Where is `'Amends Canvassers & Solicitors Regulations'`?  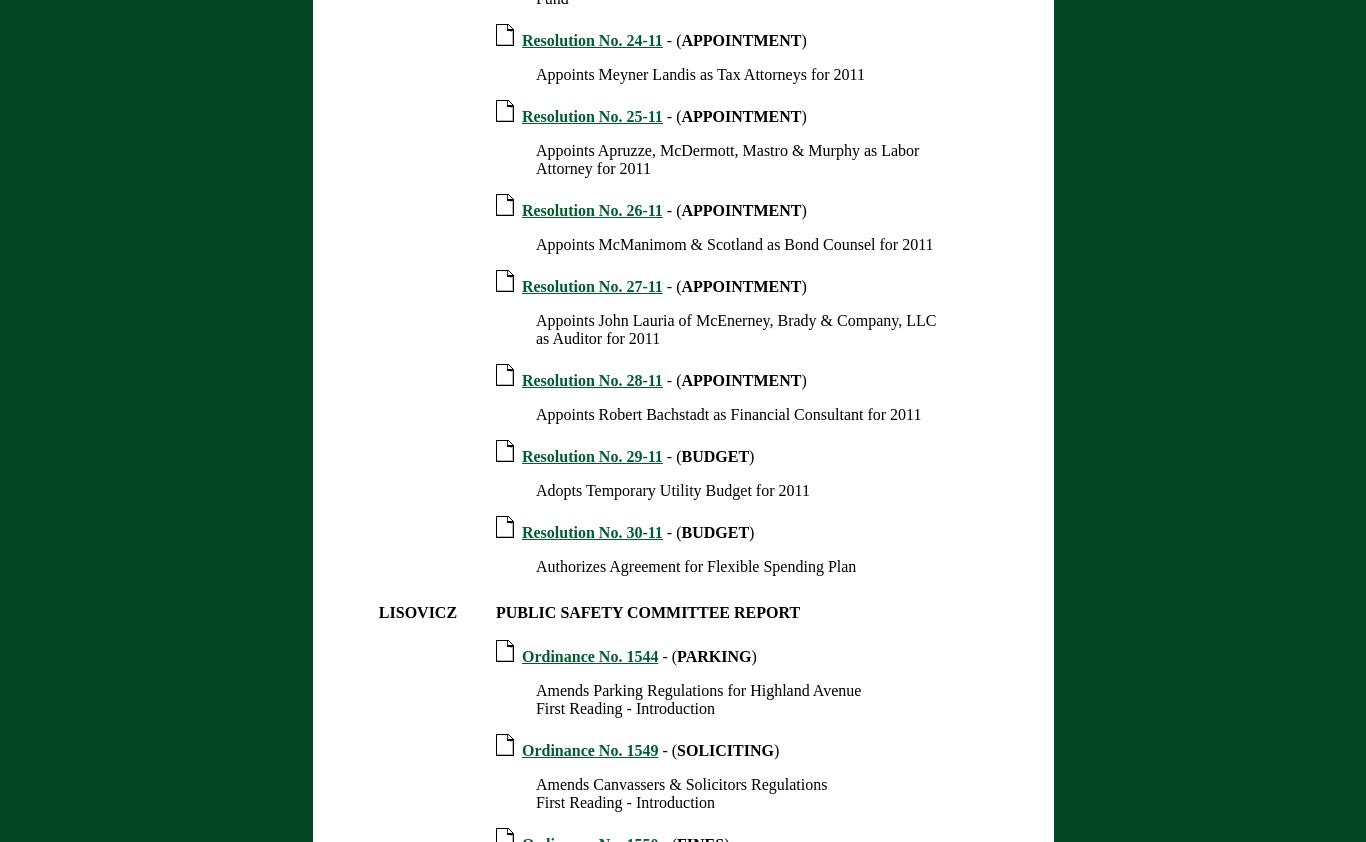 'Amends Canvassers & Solicitors Regulations' is located at coordinates (679, 784).